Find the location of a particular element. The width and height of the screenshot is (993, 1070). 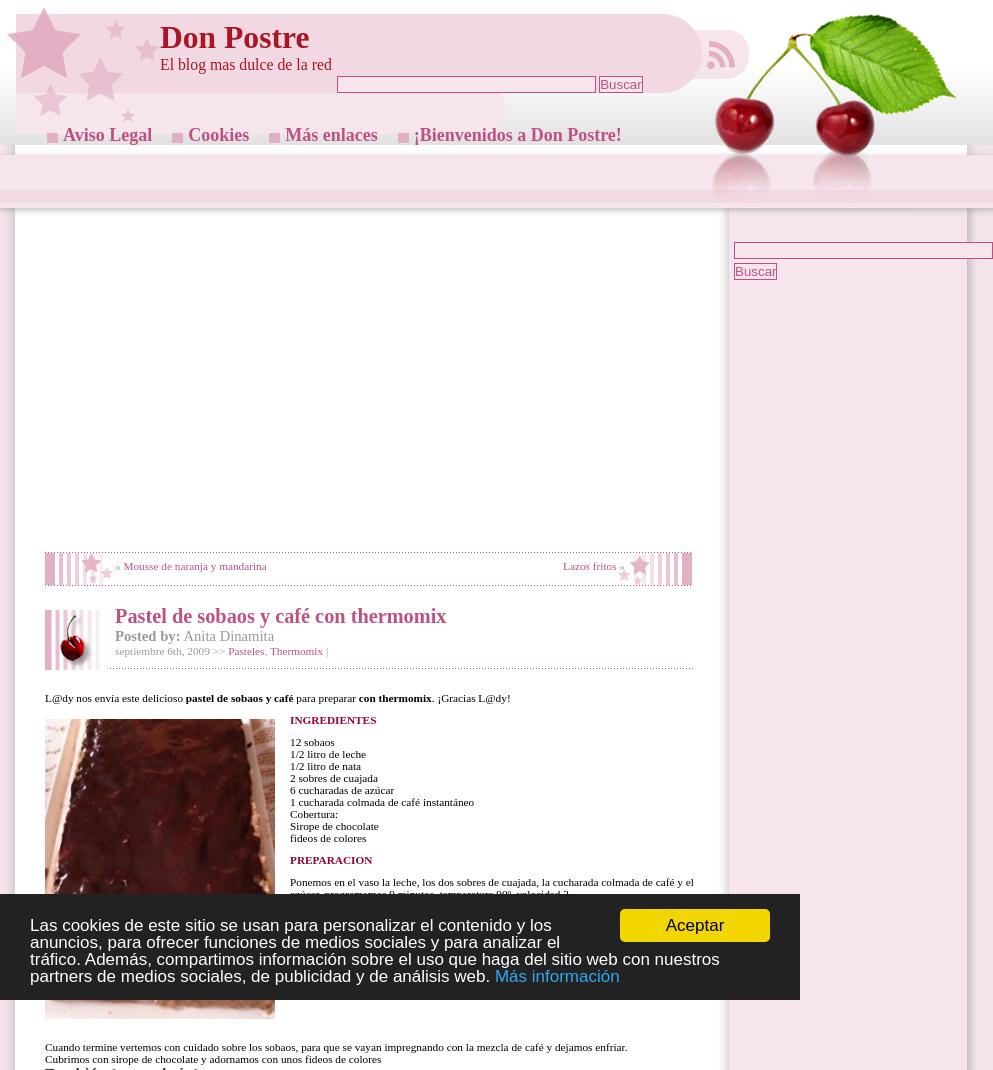

'Cobertura:' is located at coordinates (312, 813).